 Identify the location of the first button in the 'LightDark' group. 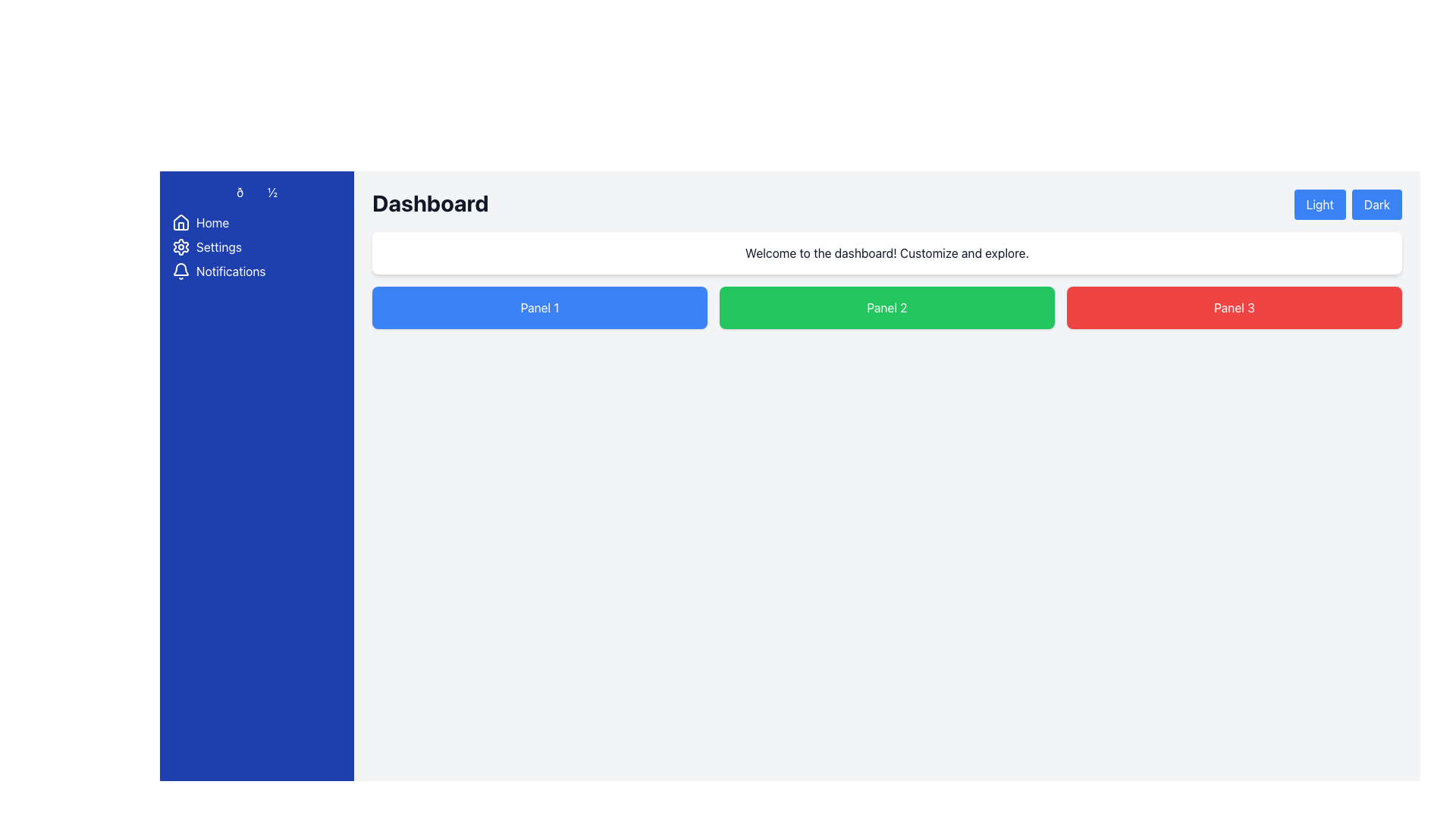
(1318, 205).